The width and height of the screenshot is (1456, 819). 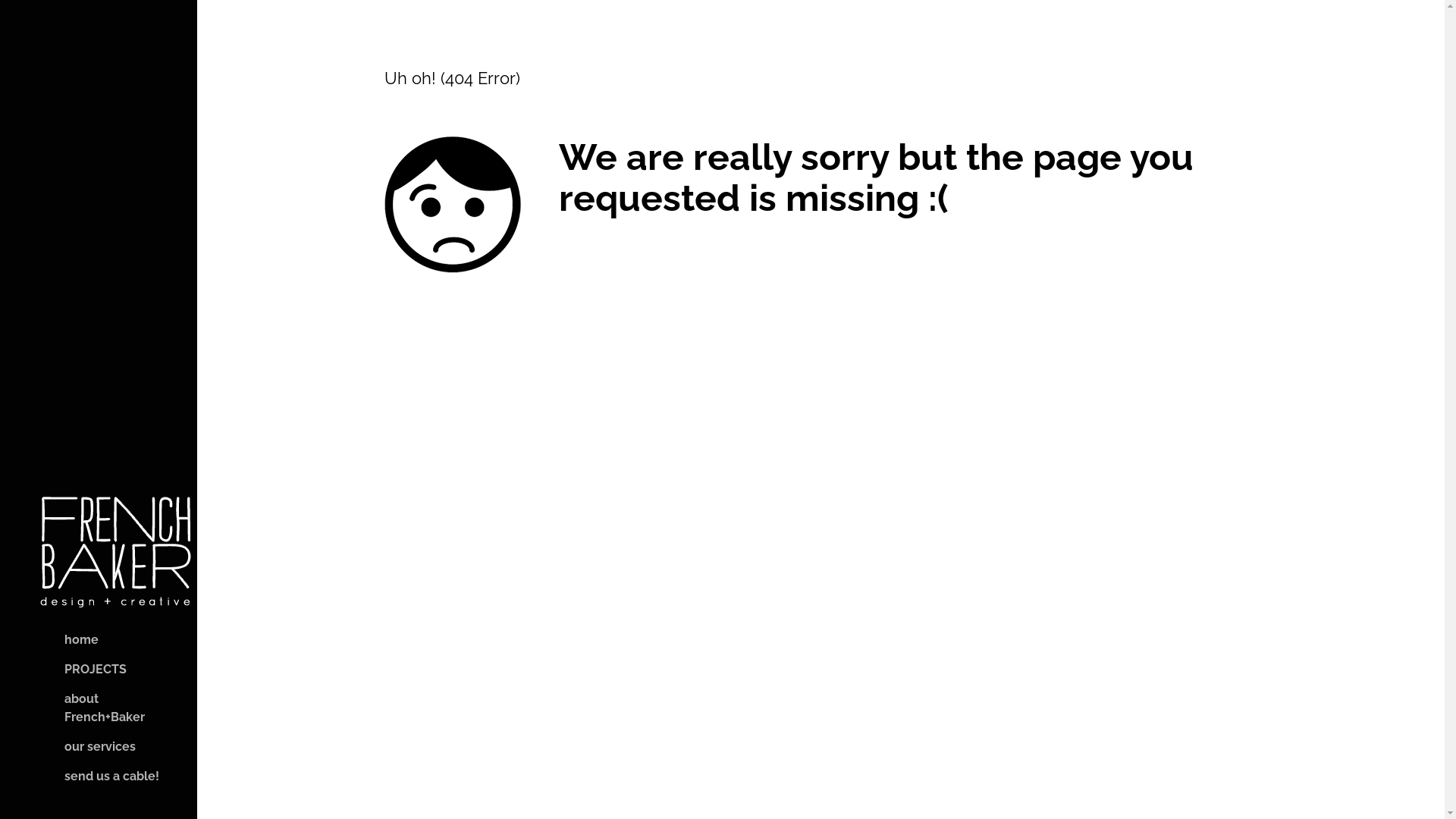 What do you see at coordinates (37, 708) in the screenshot?
I see `'about French+Baker'` at bounding box center [37, 708].